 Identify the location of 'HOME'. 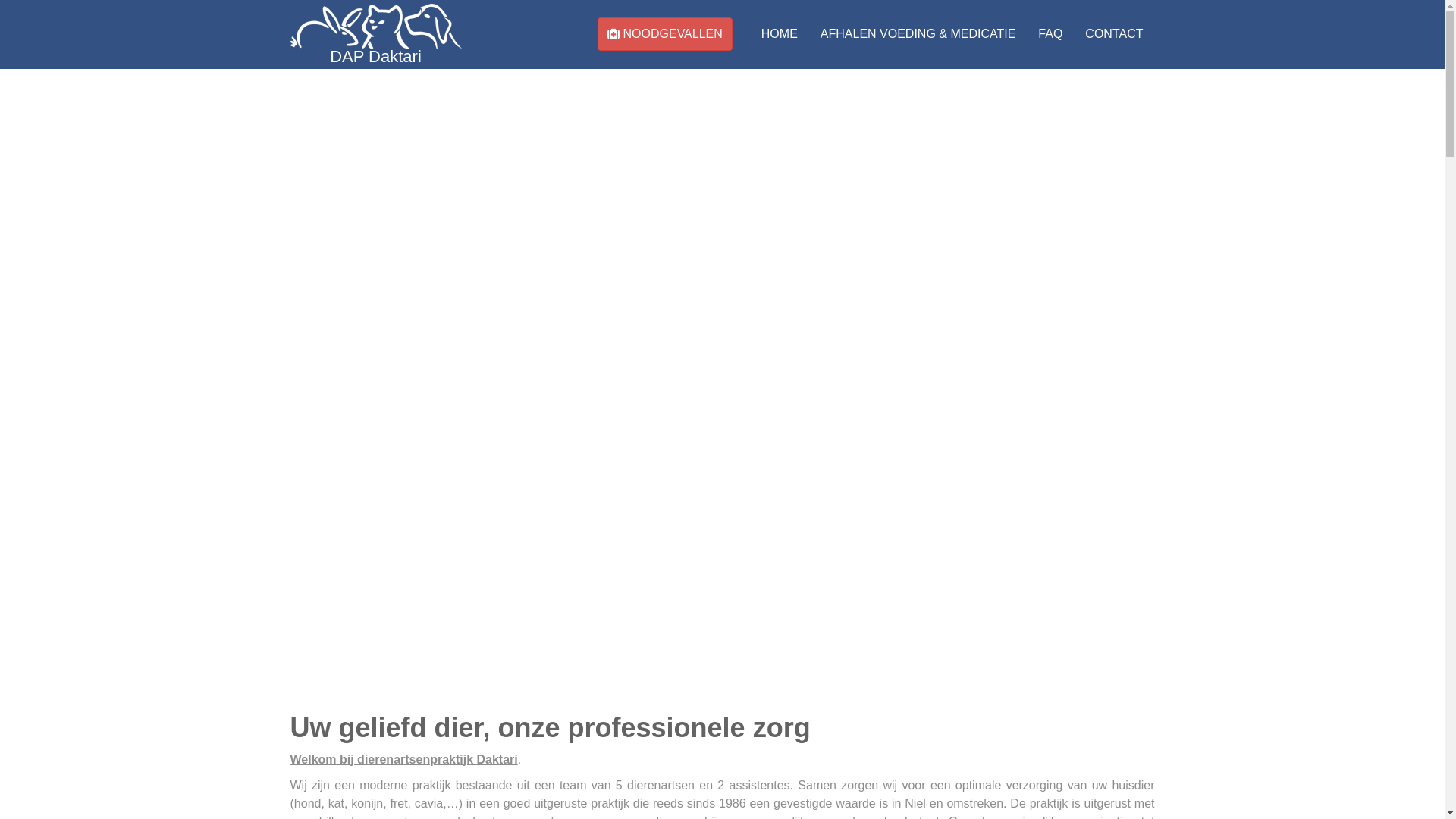
(779, 34).